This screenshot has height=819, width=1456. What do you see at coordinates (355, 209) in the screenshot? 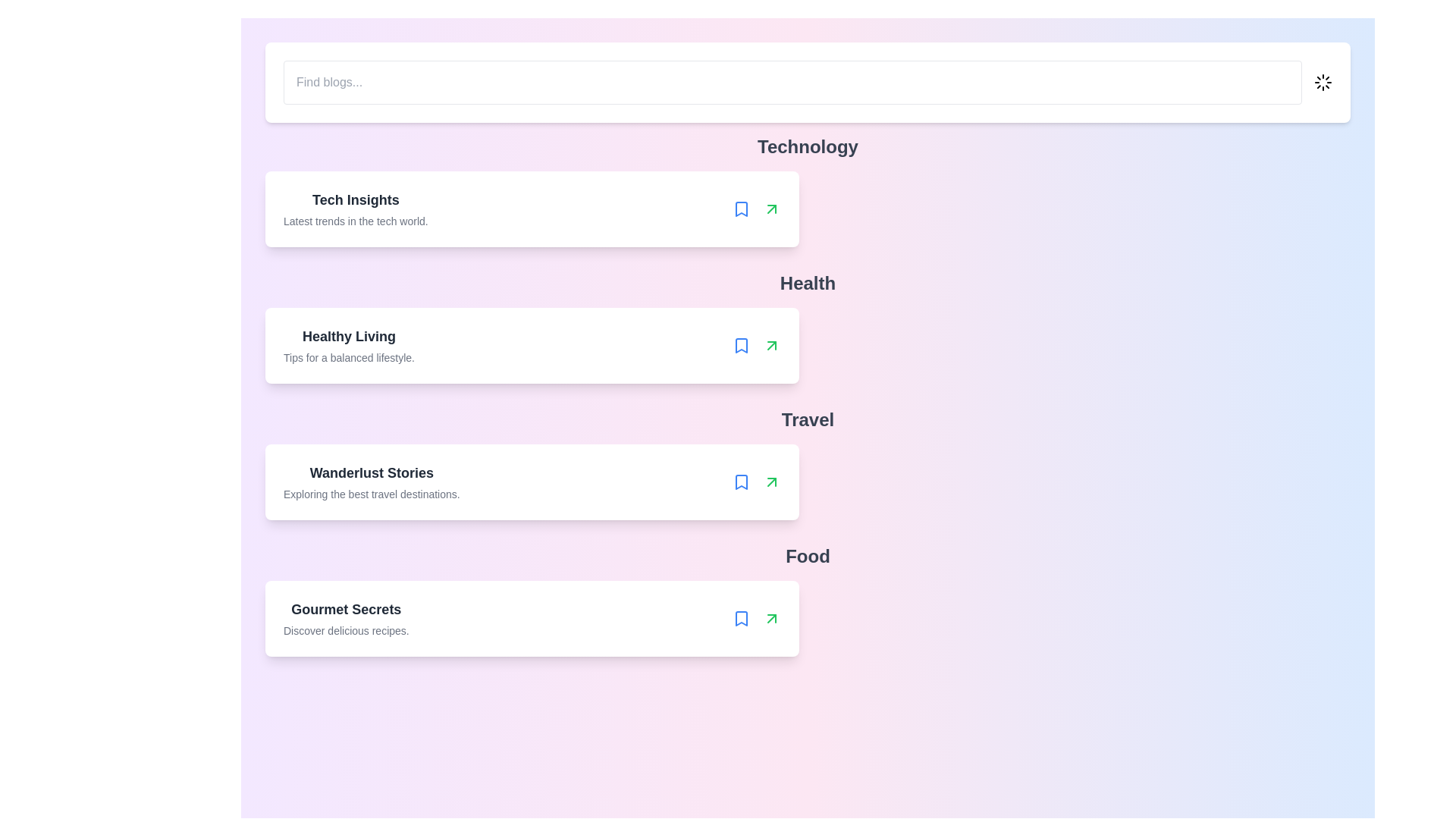
I see `the 'Tech Insights' text block, which features a bold title and a smaller subtitle` at bounding box center [355, 209].